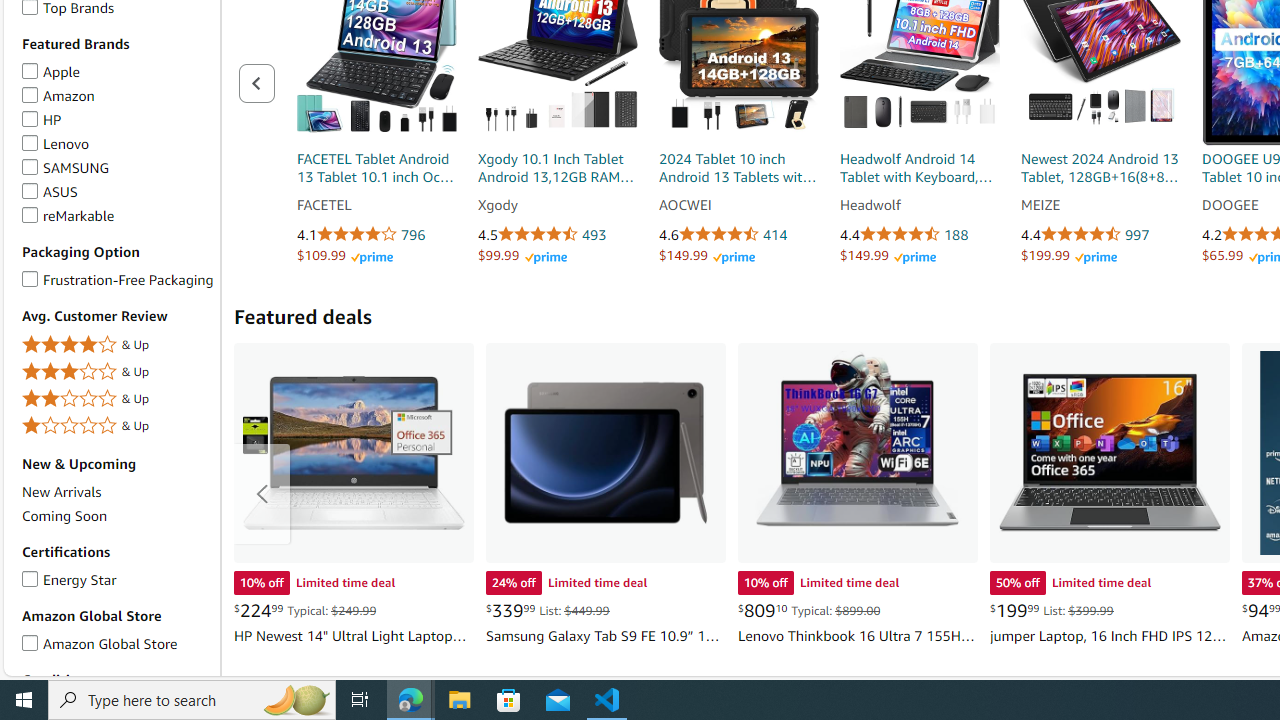 The height and width of the screenshot is (720, 1280). What do you see at coordinates (41, 119) in the screenshot?
I see `'HP HP'` at bounding box center [41, 119].